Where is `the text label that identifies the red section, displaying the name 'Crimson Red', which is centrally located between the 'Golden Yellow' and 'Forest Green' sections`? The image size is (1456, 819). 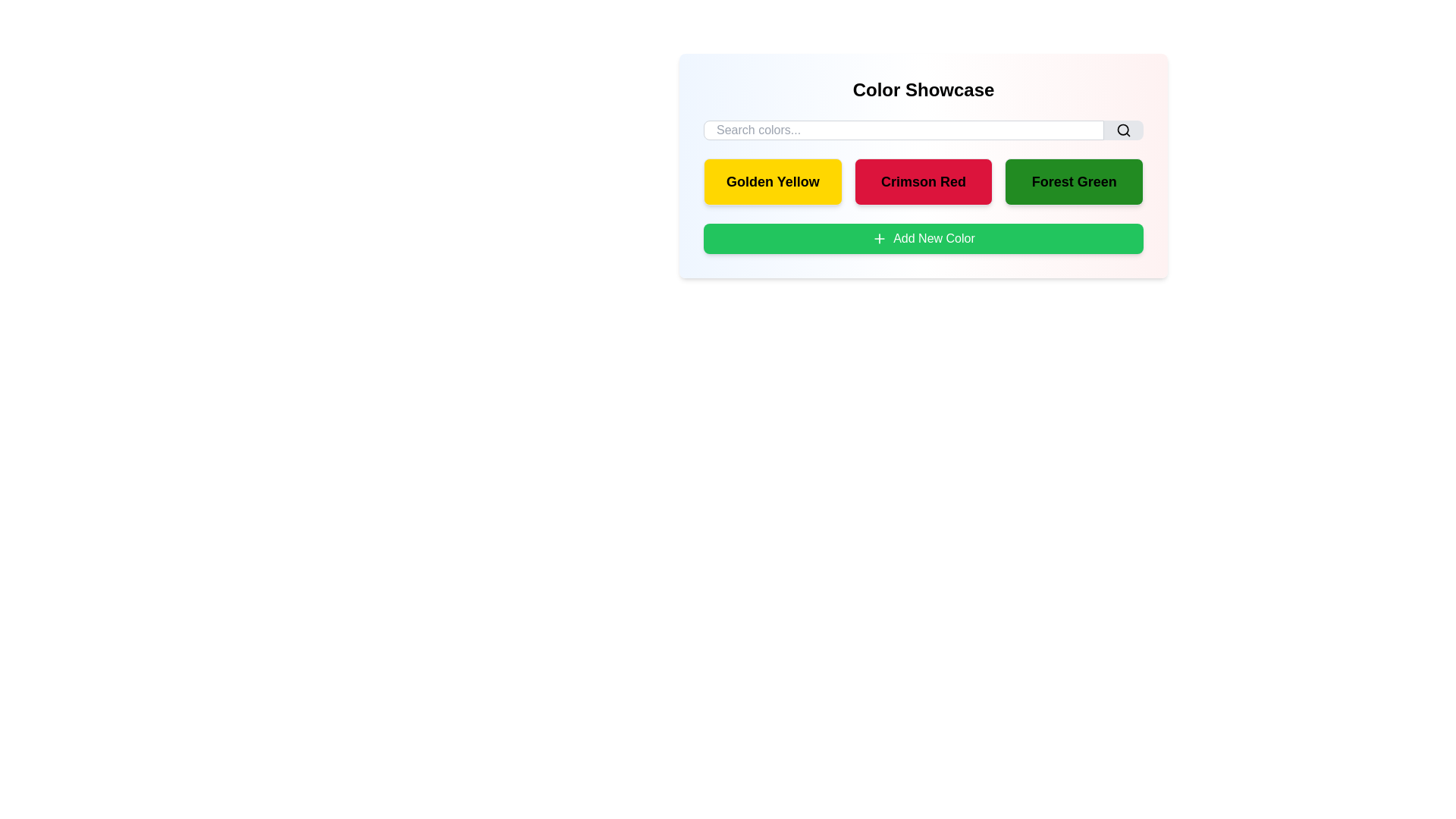
the text label that identifies the red section, displaying the name 'Crimson Red', which is centrally located between the 'Golden Yellow' and 'Forest Green' sections is located at coordinates (923, 180).